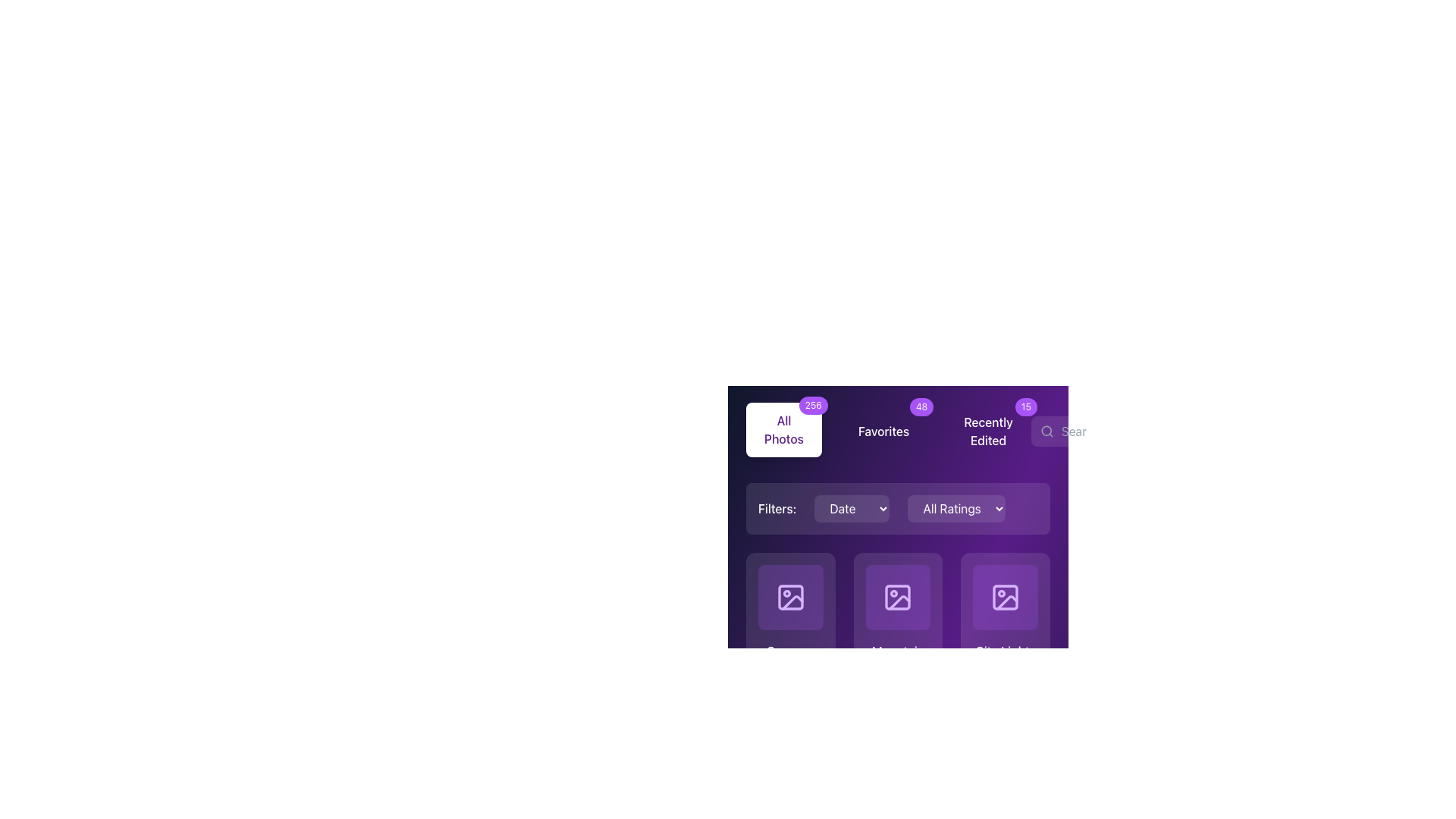 The height and width of the screenshot is (819, 1456). What do you see at coordinates (898, 596) in the screenshot?
I see `the icon or thumbnail located in the second column of the first row under the 'Filters' bar in the 'Mountain Trip' frame` at bounding box center [898, 596].